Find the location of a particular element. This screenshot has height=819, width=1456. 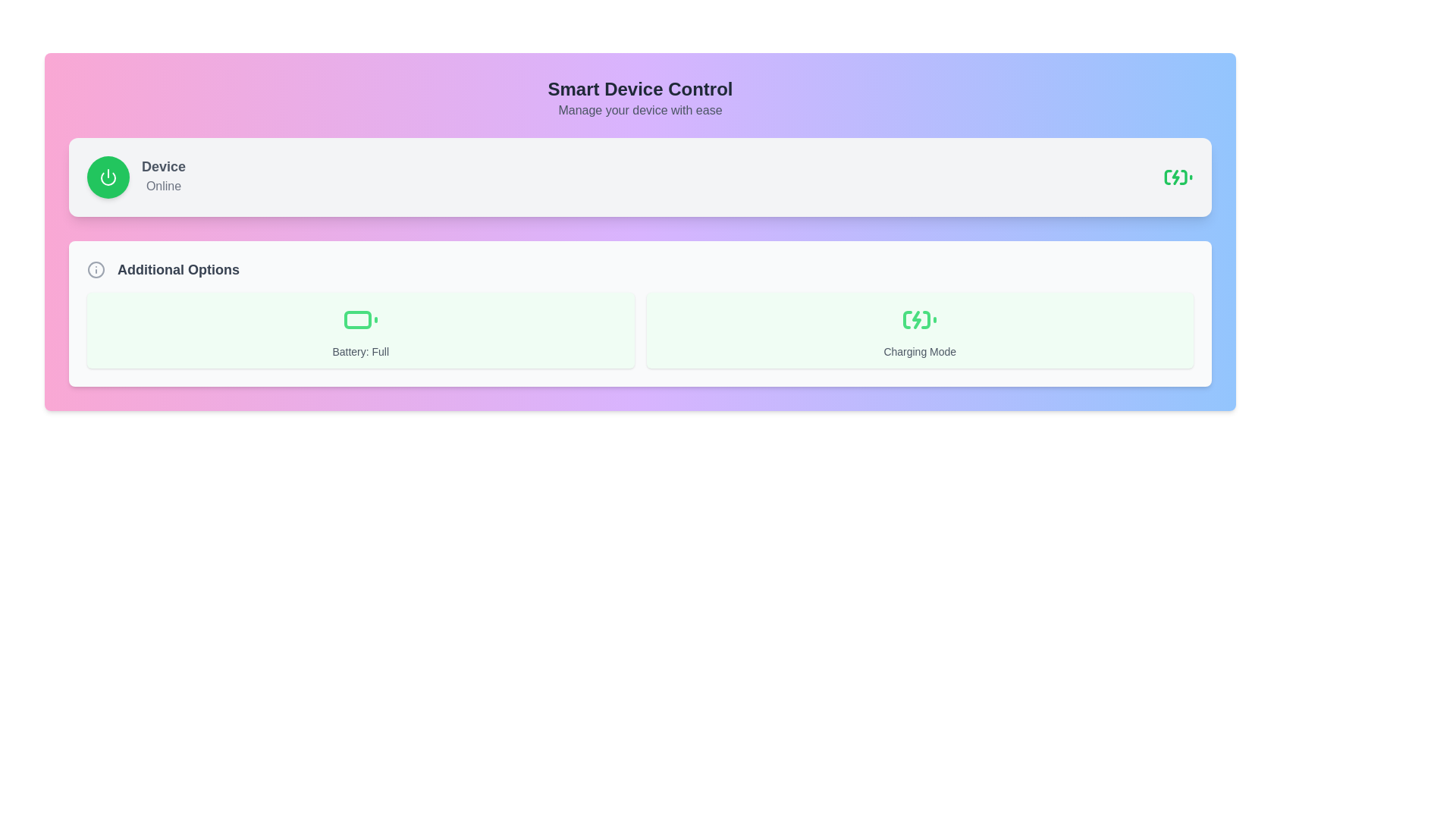

the circular green button with a white power icon is located at coordinates (108, 177).